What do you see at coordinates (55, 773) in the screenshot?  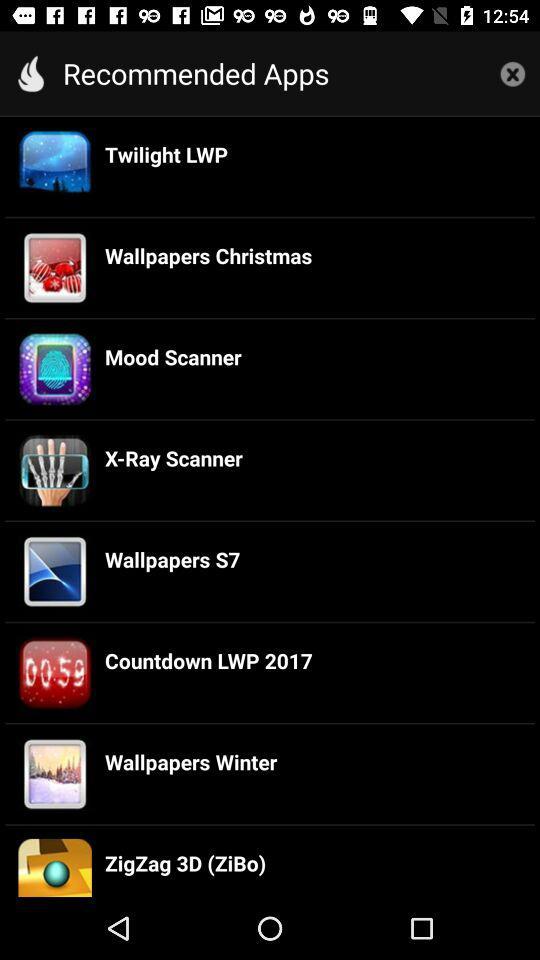 I see `the second image above the notification bar` at bounding box center [55, 773].